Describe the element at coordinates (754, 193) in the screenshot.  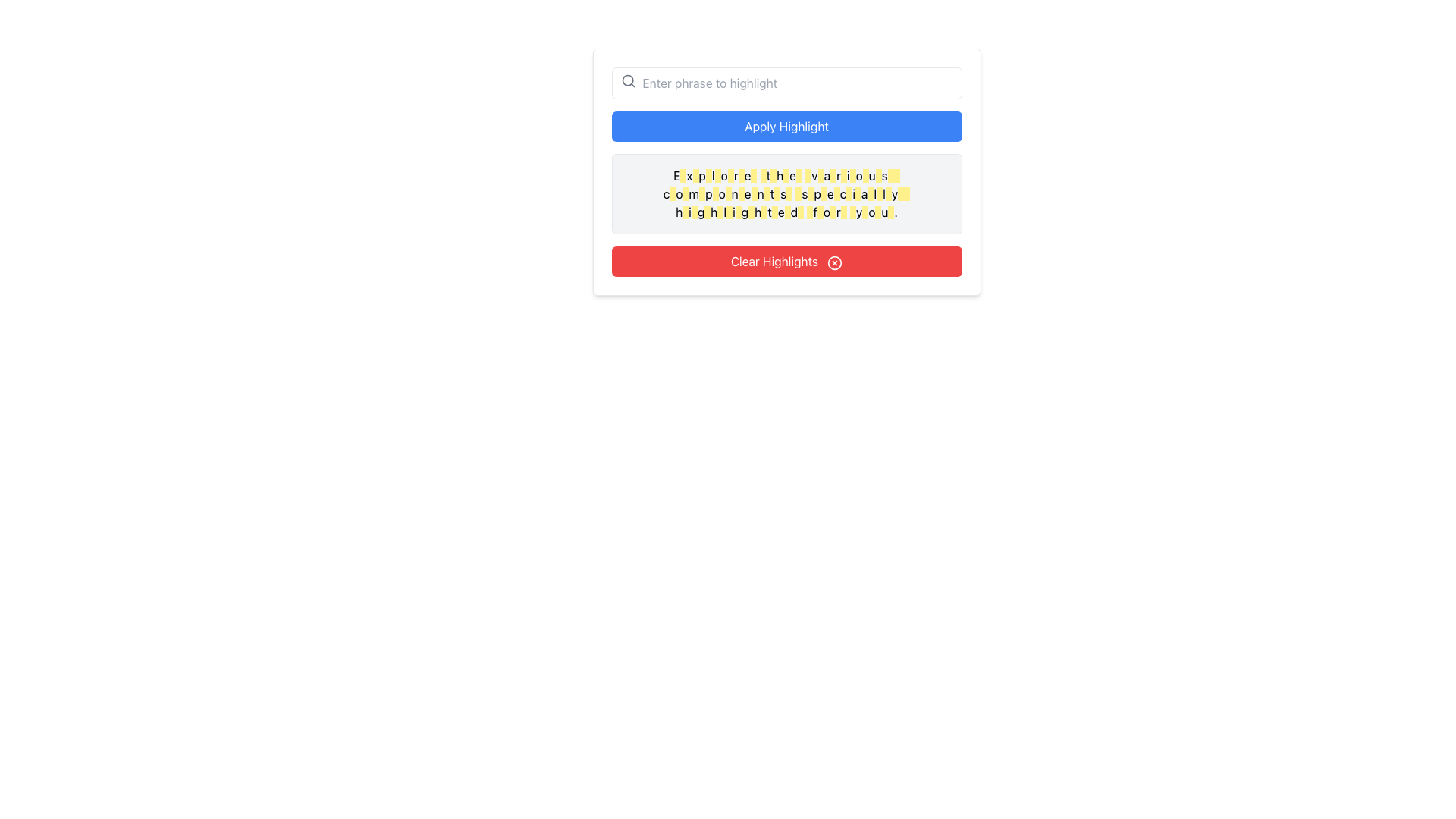
I see `the small yellow-highlighted rectangle, which is the eighth word in the second row of text beneath the blue button labeled 'Apply Highlight.'` at that location.